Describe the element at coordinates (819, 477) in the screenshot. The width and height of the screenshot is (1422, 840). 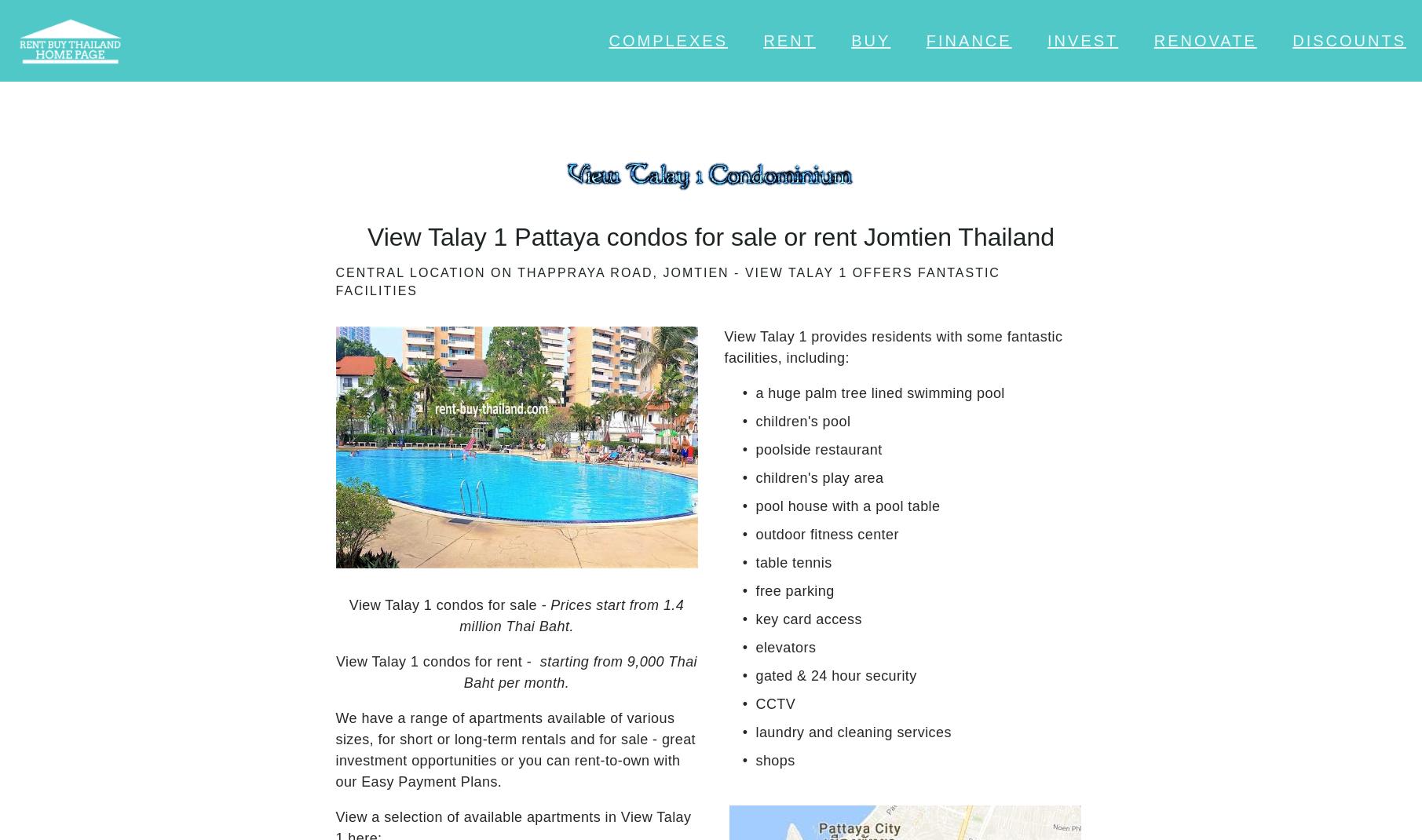
I see `'children's play area'` at that location.